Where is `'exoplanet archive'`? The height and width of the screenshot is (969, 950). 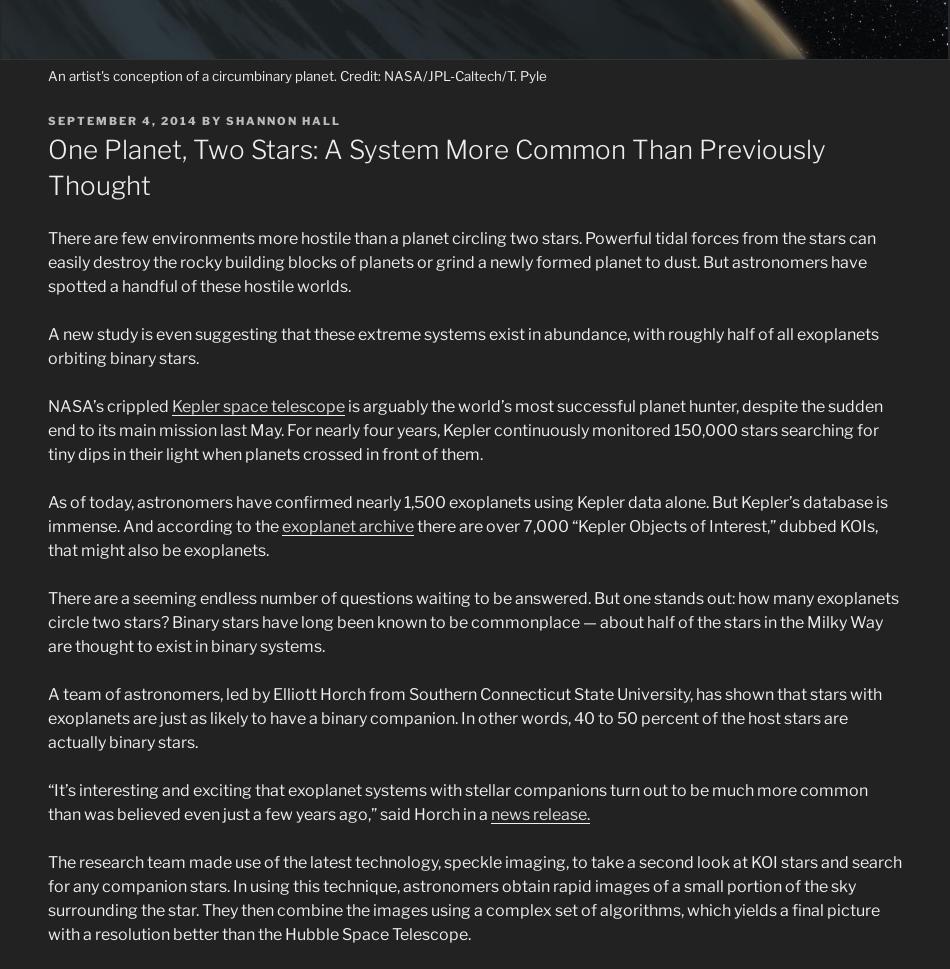
'exoplanet archive' is located at coordinates (346, 525).